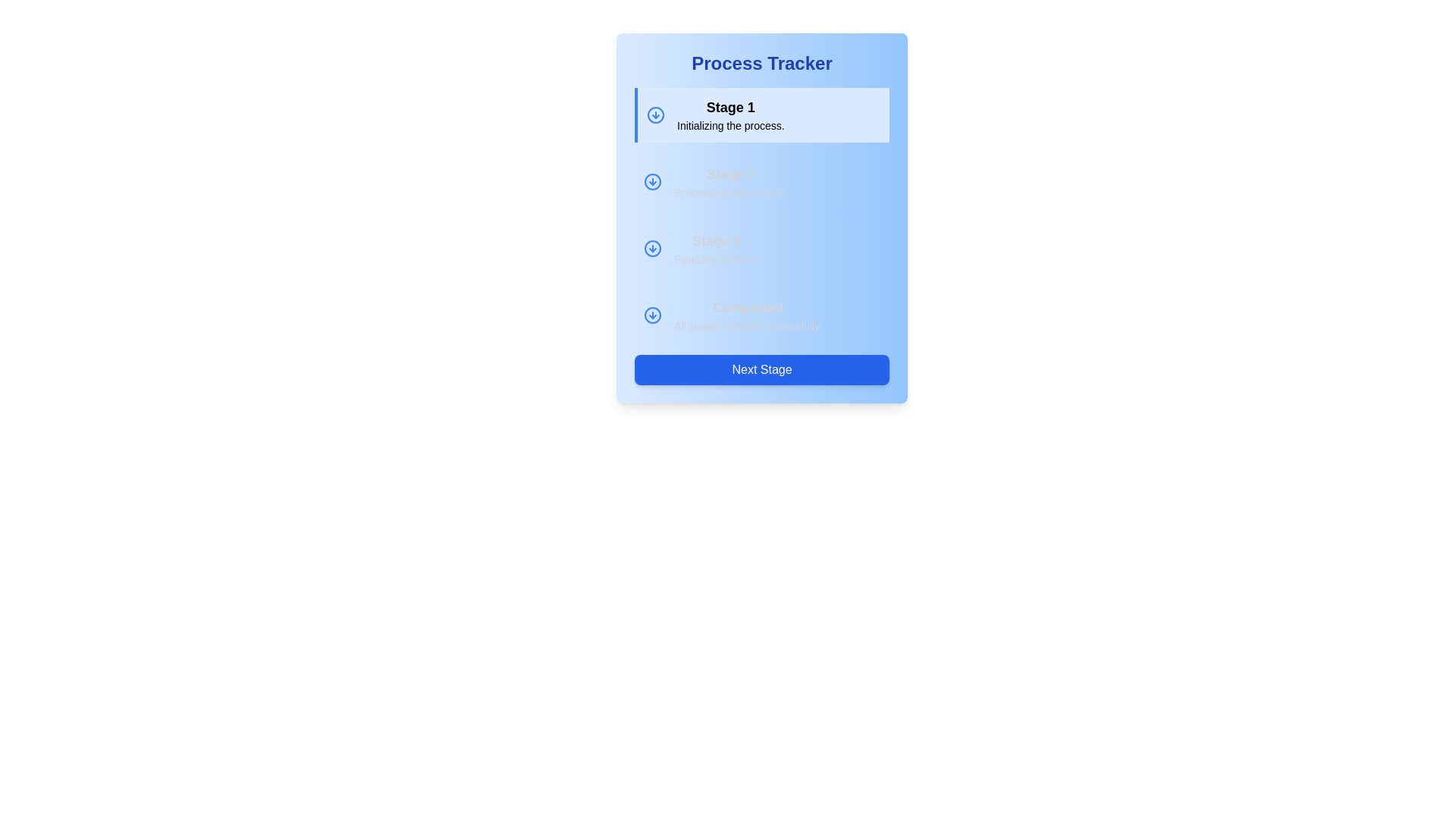  Describe the element at coordinates (652, 180) in the screenshot. I see `the circular download icon with a blue outline and downward arrow, located near 'Stage 1 Initializing the process' in the 'Process Tracker' interface` at that location.